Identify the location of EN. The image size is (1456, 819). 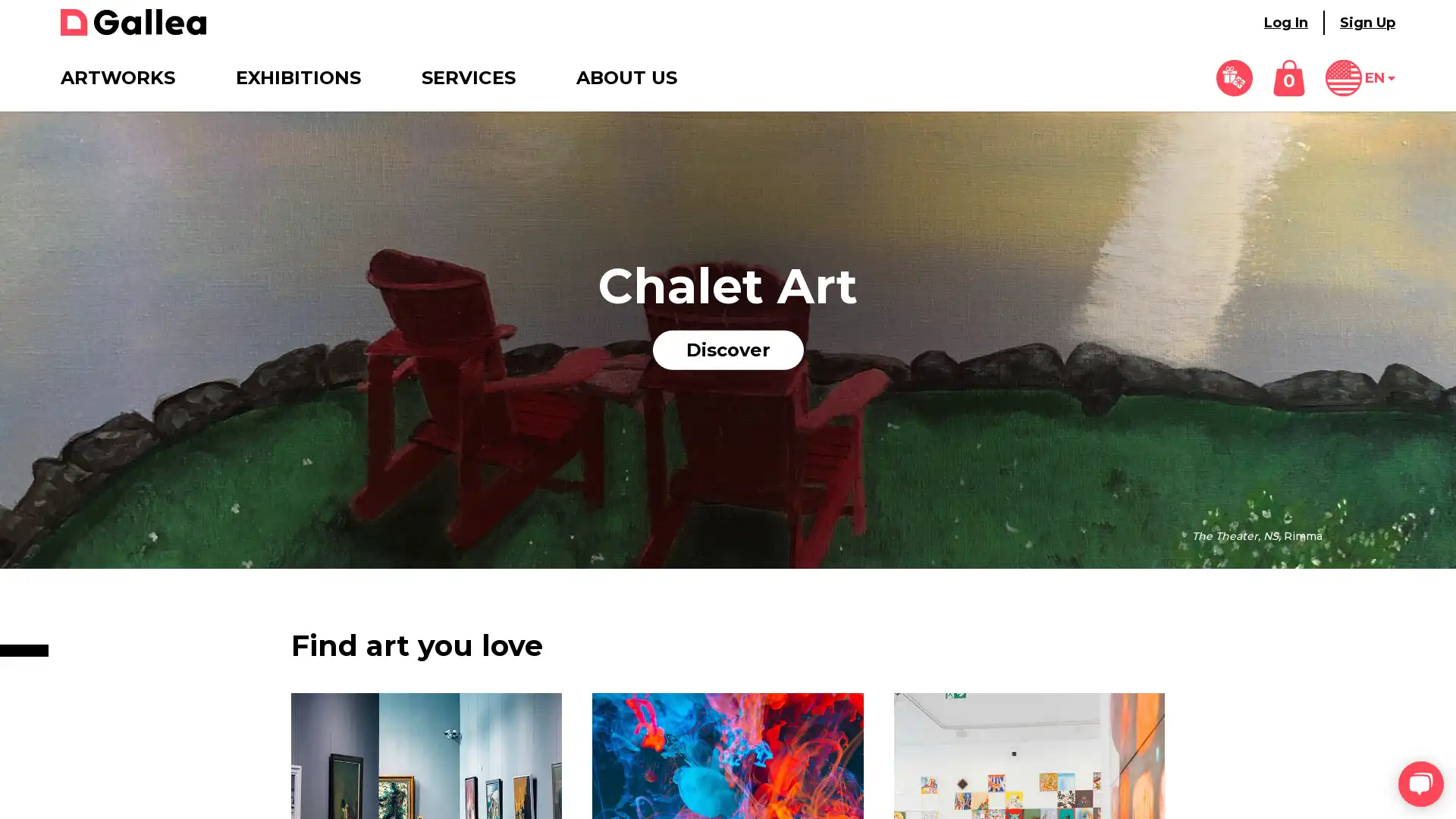
(1360, 78).